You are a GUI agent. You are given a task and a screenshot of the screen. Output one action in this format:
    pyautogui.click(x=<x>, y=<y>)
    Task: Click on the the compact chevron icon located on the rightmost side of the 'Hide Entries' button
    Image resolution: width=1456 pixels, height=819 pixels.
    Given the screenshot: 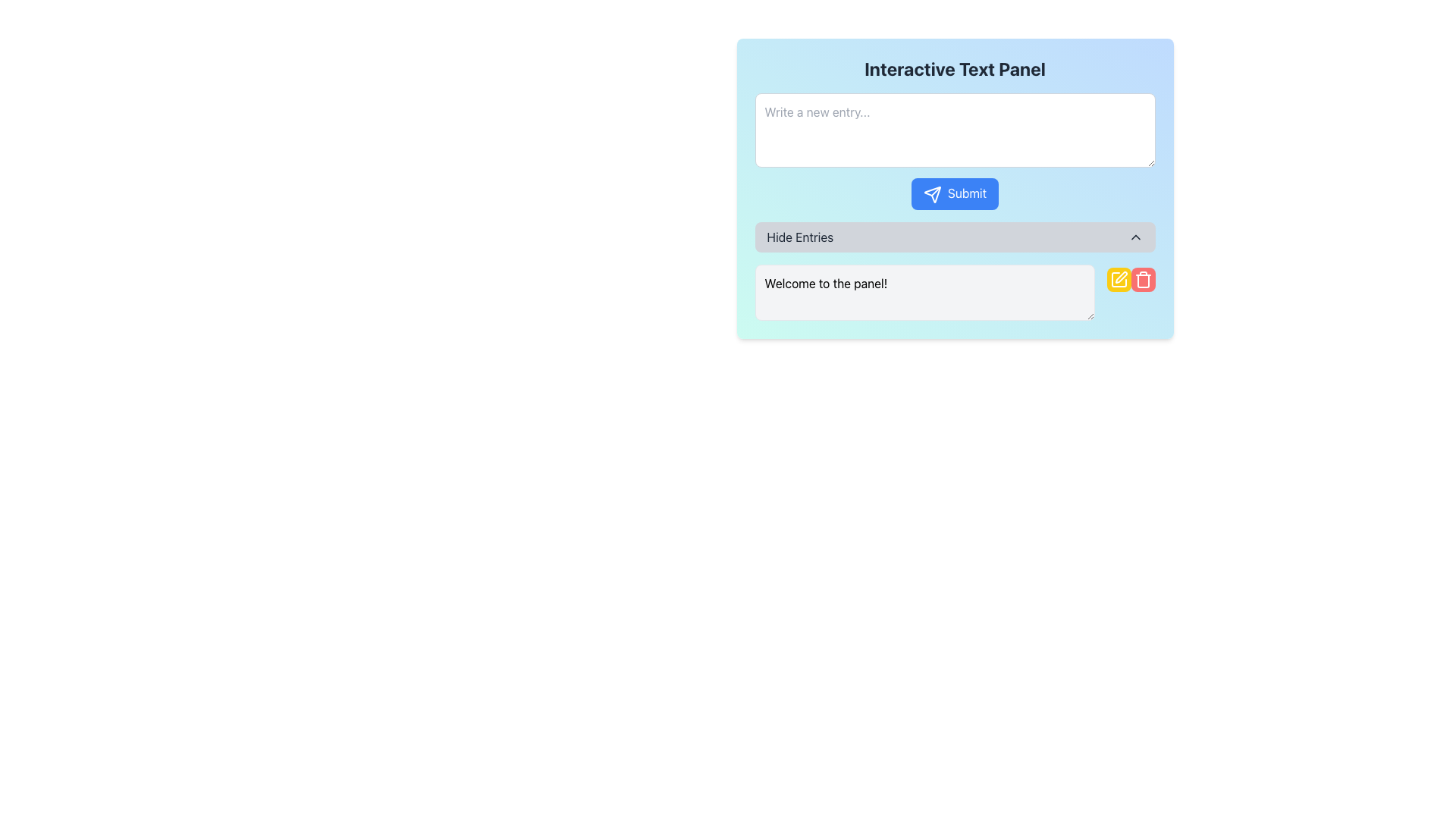 What is the action you would take?
    pyautogui.click(x=1135, y=237)
    